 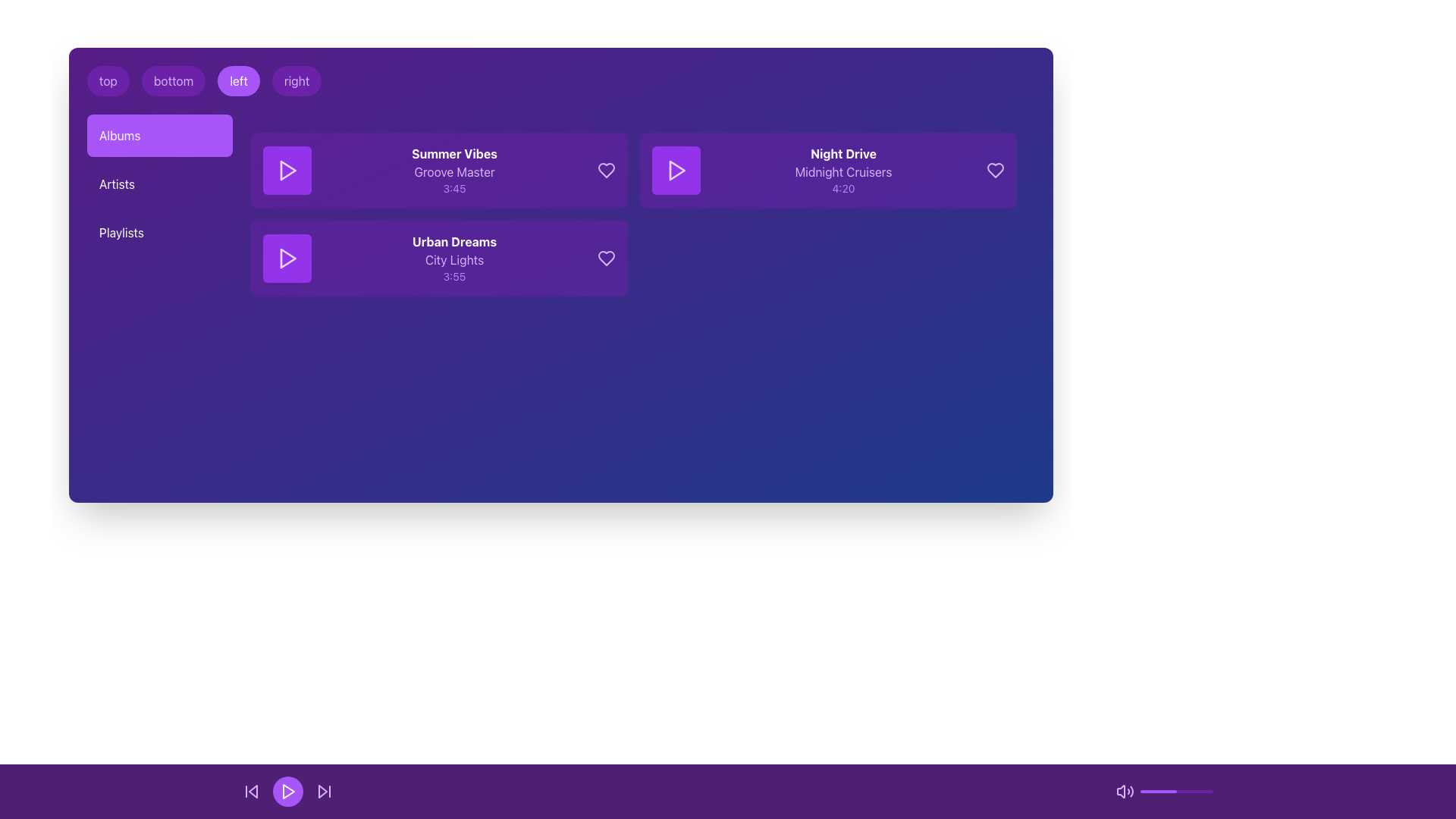 What do you see at coordinates (1206, 791) in the screenshot?
I see `the volume level` at bounding box center [1206, 791].